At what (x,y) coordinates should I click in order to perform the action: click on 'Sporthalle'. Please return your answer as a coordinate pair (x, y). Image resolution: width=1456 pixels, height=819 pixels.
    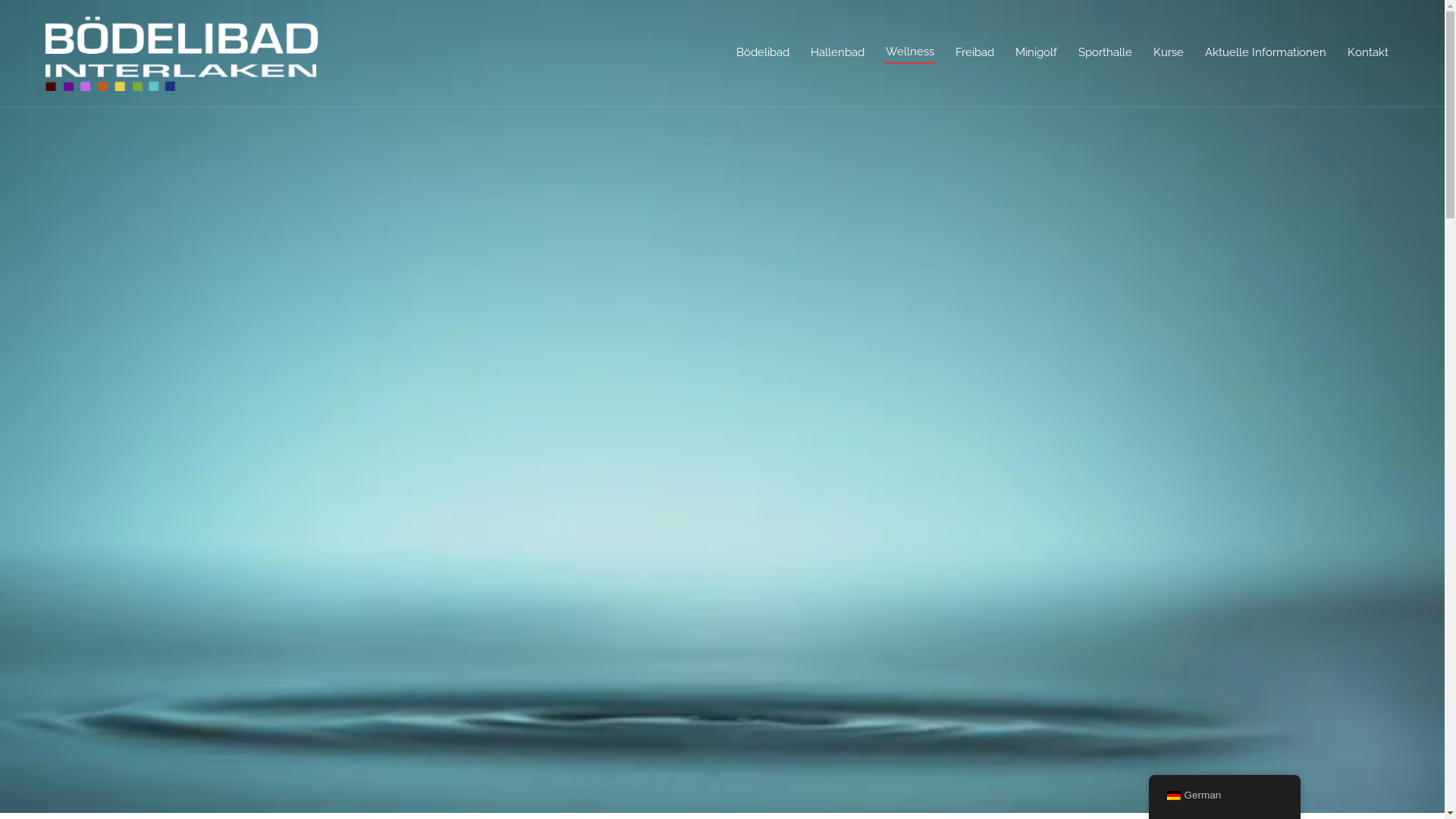
    Looking at the image, I should click on (1105, 52).